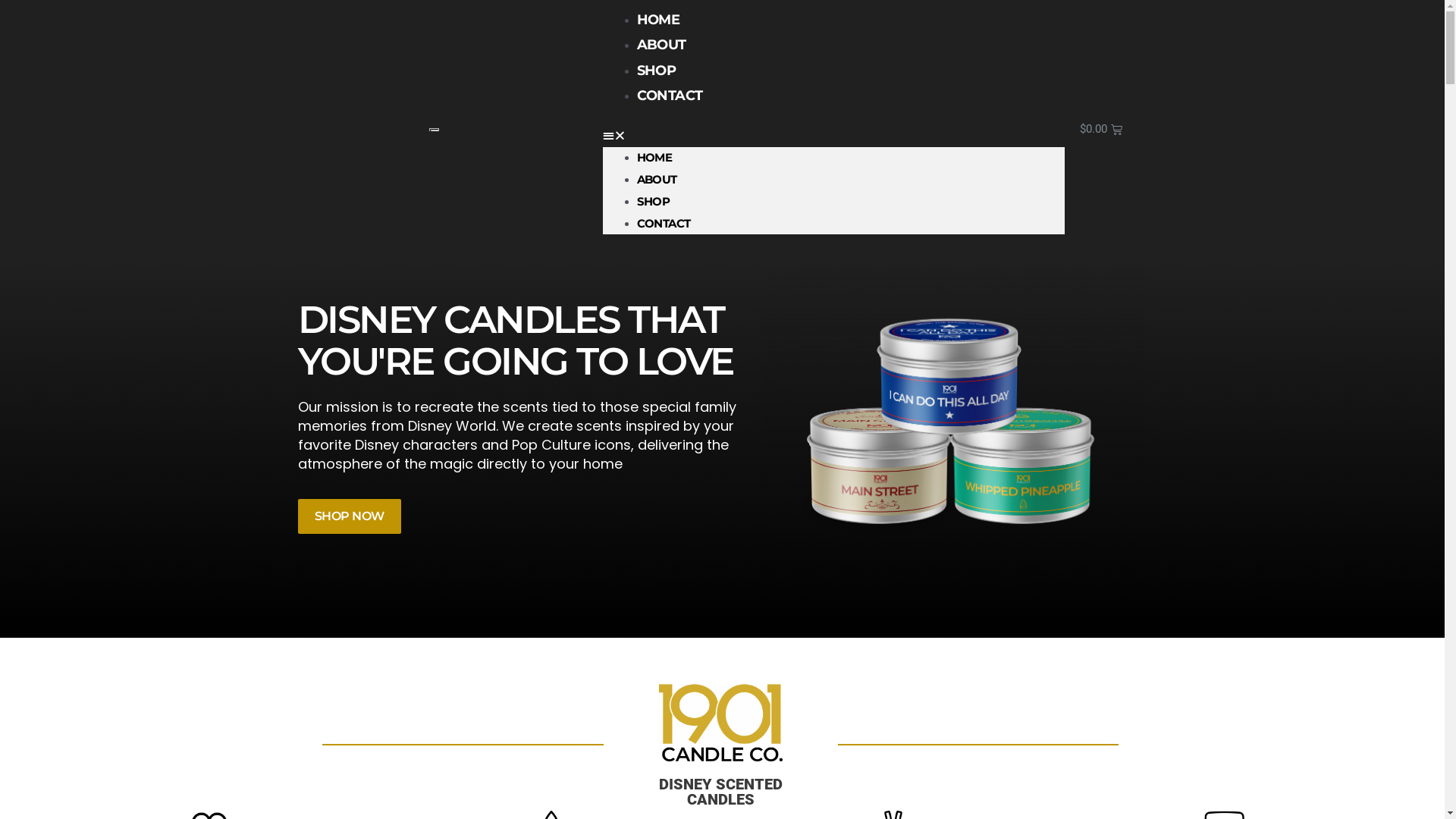 This screenshot has height=819, width=1456. I want to click on 'SHOP', so click(656, 70).